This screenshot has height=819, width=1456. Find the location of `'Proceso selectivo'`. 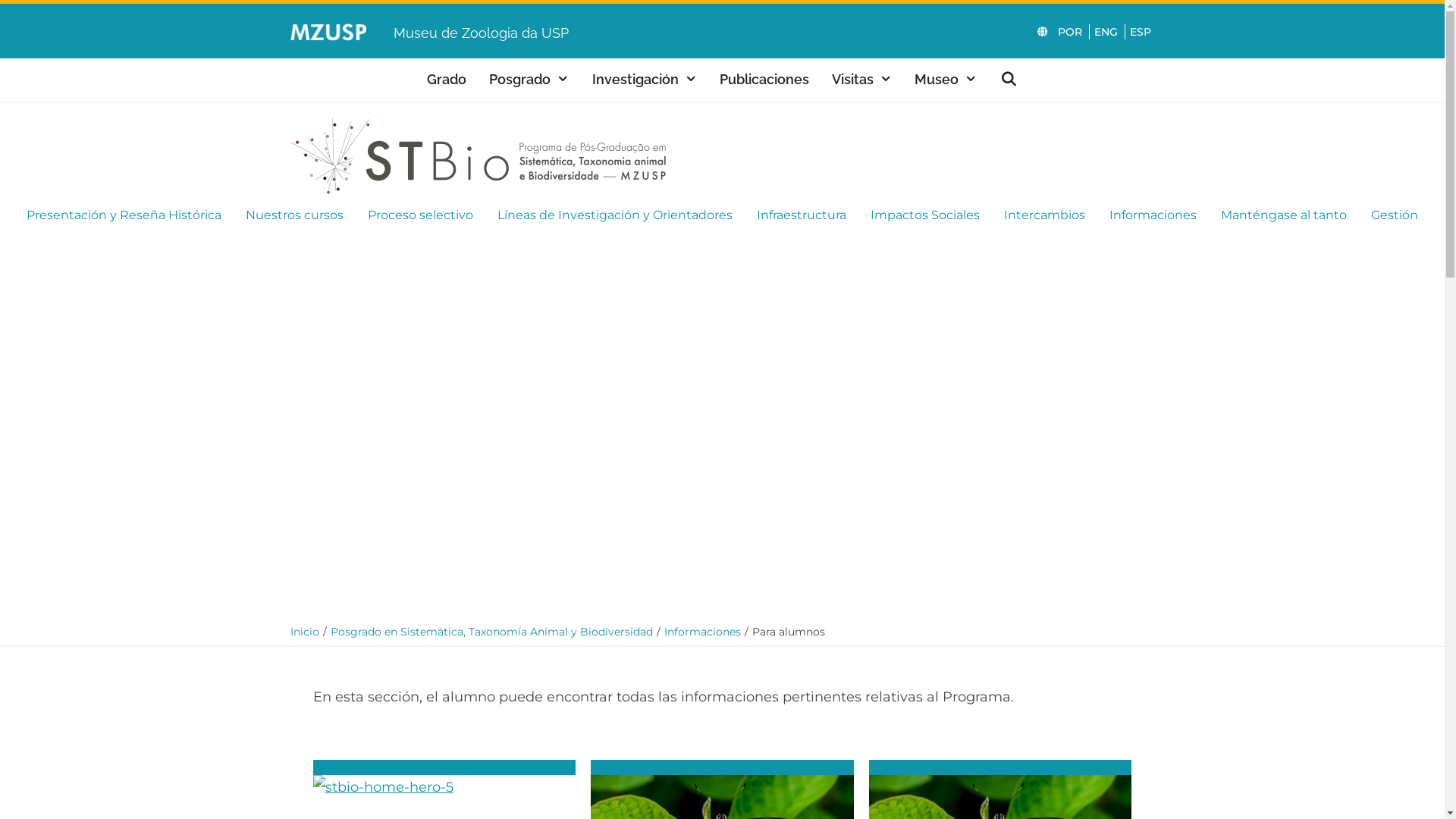

'Proceso selectivo' is located at coordinates (420, 215).